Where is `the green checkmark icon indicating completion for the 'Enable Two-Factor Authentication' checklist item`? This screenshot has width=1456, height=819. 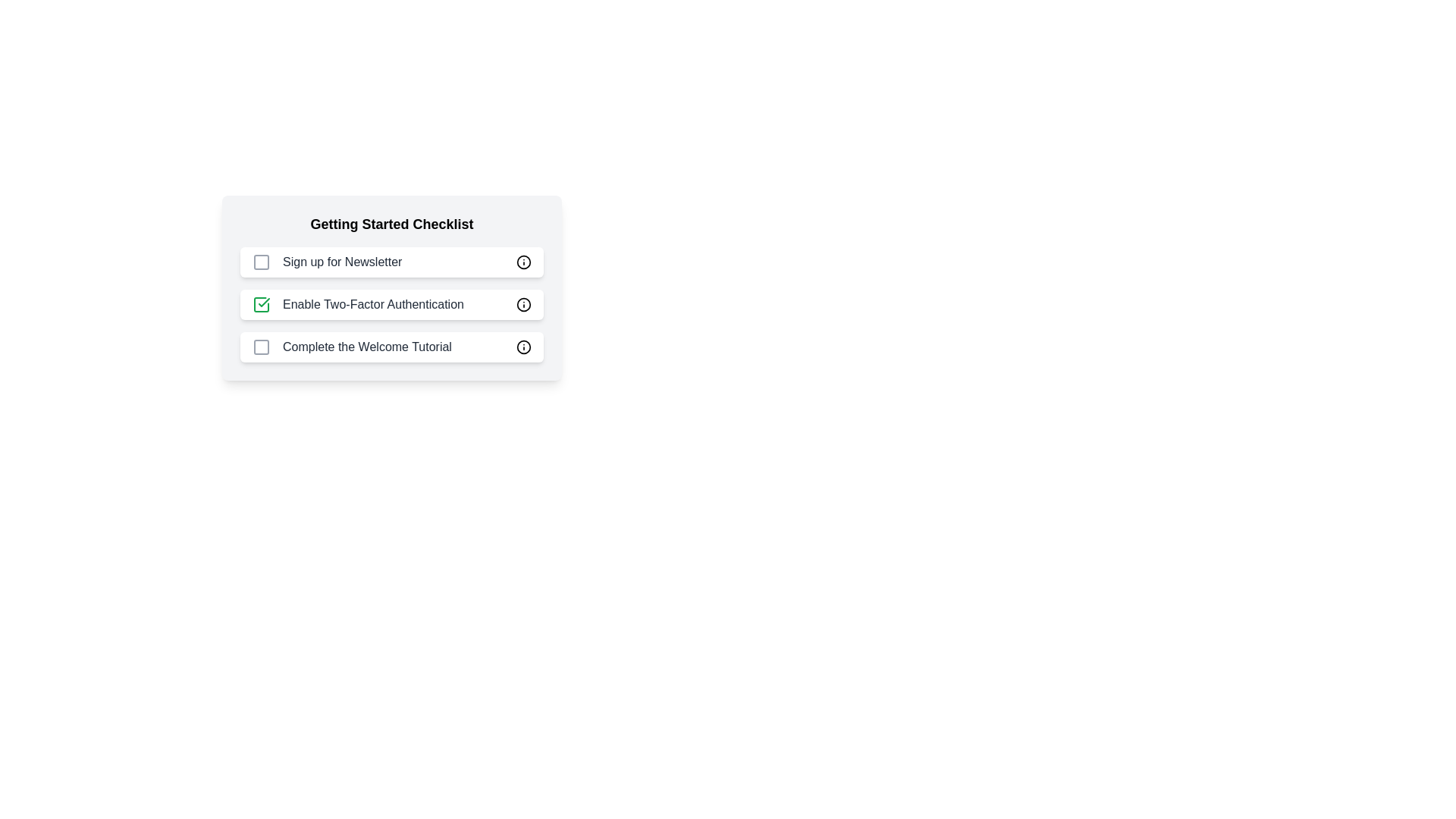 the green checkmark icon indicating completion for the 'Enable Two-Factor Authentication' checklist item is located at coordinates (264, 302).